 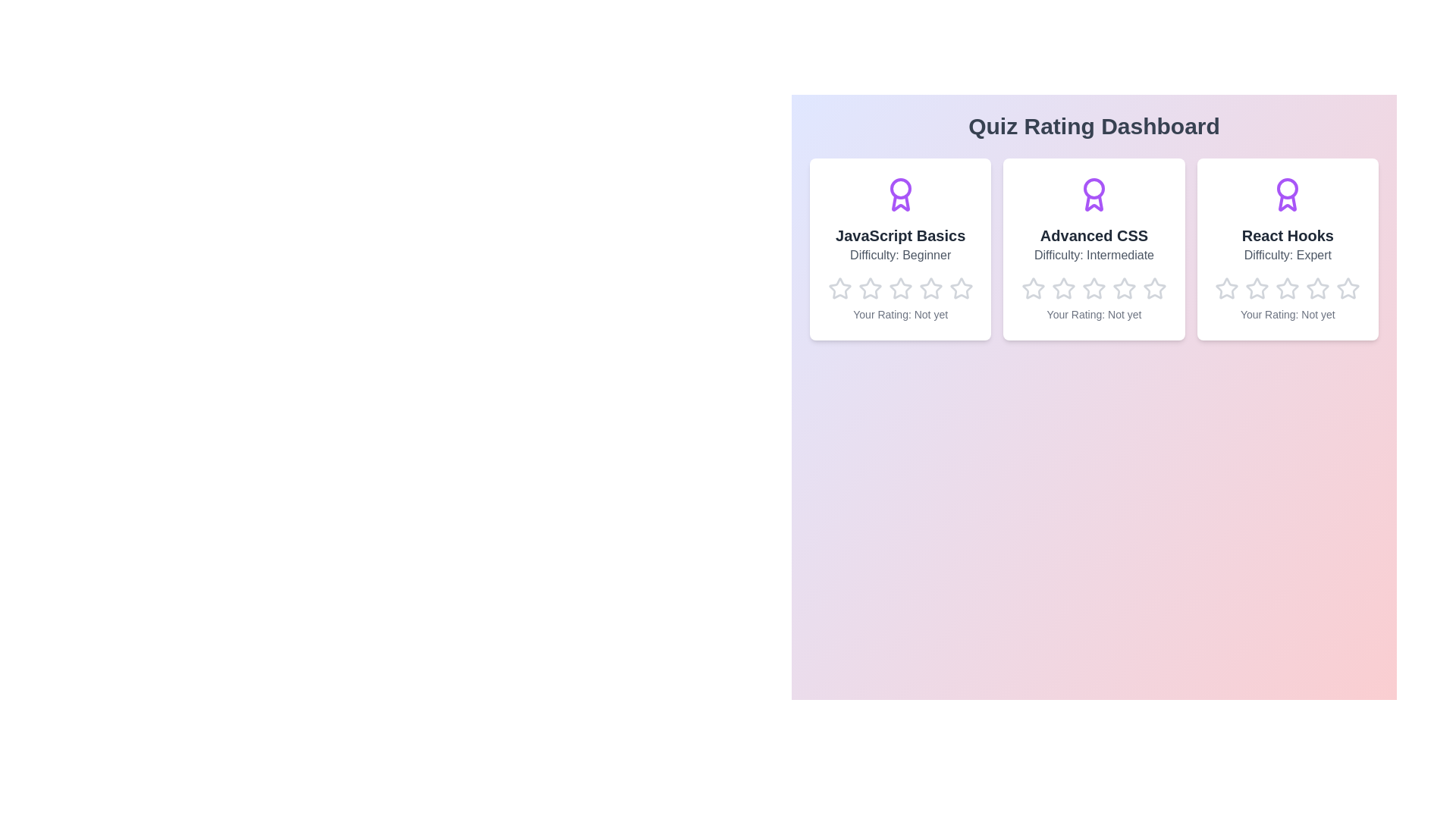 What do you see at coordinates (960, 289) in the screenshot?
I see `the rating for a quiz to 5 stars` at bounding box center [960, 289].